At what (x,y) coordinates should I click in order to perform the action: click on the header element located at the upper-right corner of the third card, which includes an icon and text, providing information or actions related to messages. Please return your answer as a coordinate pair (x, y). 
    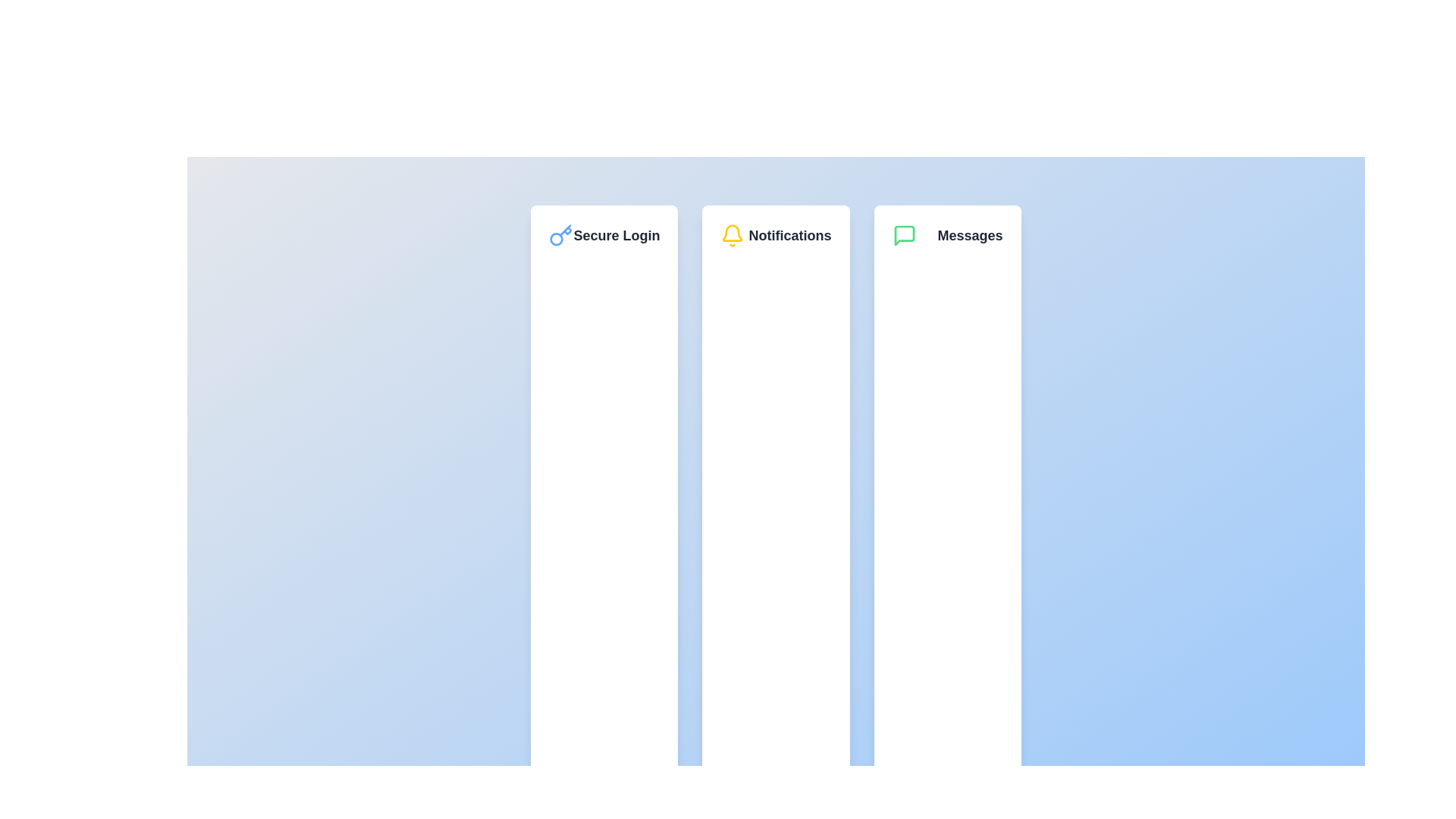
    Looking at the image, I should click on (946, 236).